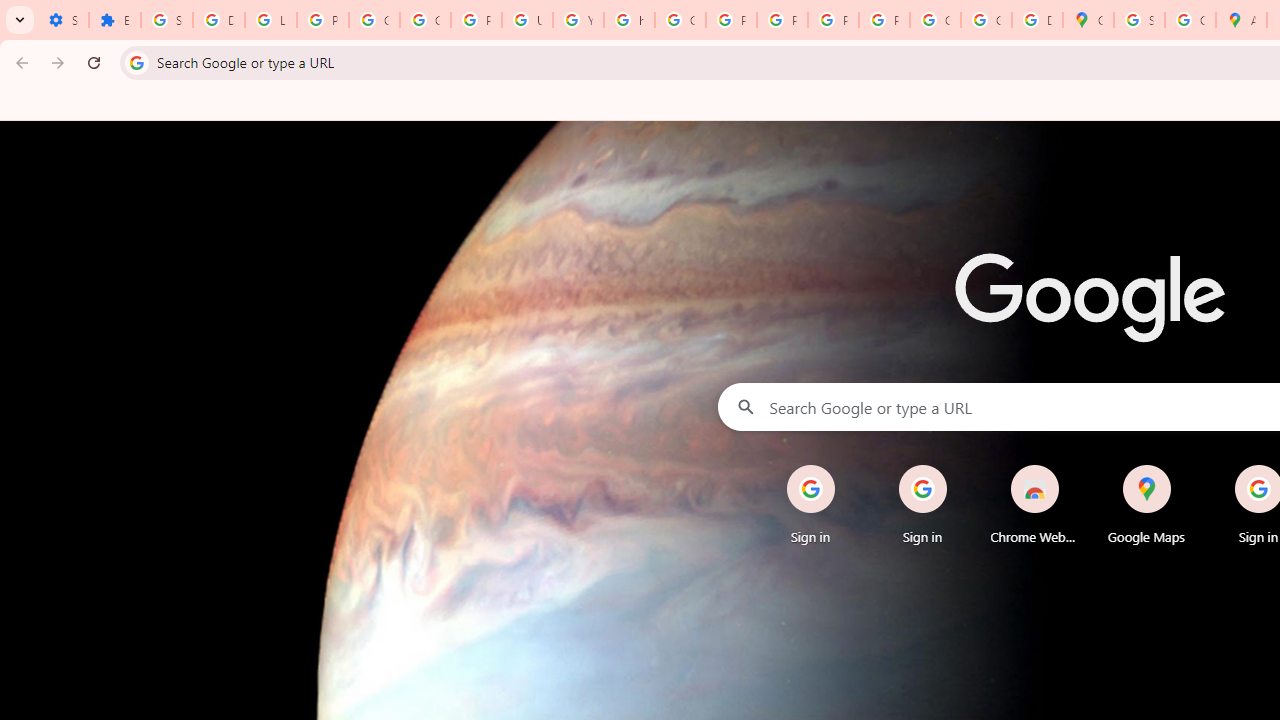  Describe the element at coordinates (218, 20) in the screenshot. I see `'Delete photos & videos - Computer - Google Photos Help'` at that location.